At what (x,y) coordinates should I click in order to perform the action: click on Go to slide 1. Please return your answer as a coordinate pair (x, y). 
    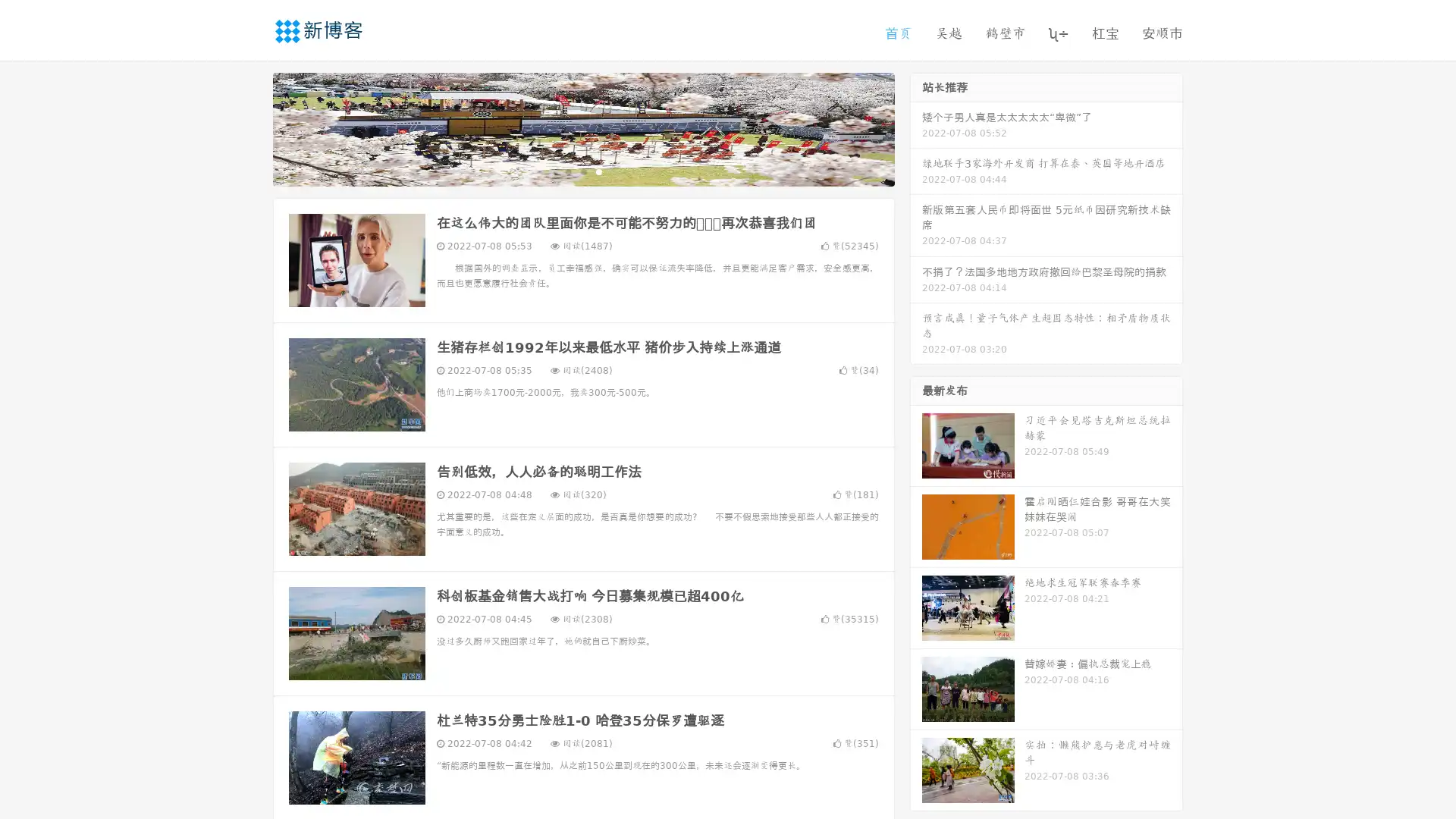
    Looking at the image, I should click on (567, 171).